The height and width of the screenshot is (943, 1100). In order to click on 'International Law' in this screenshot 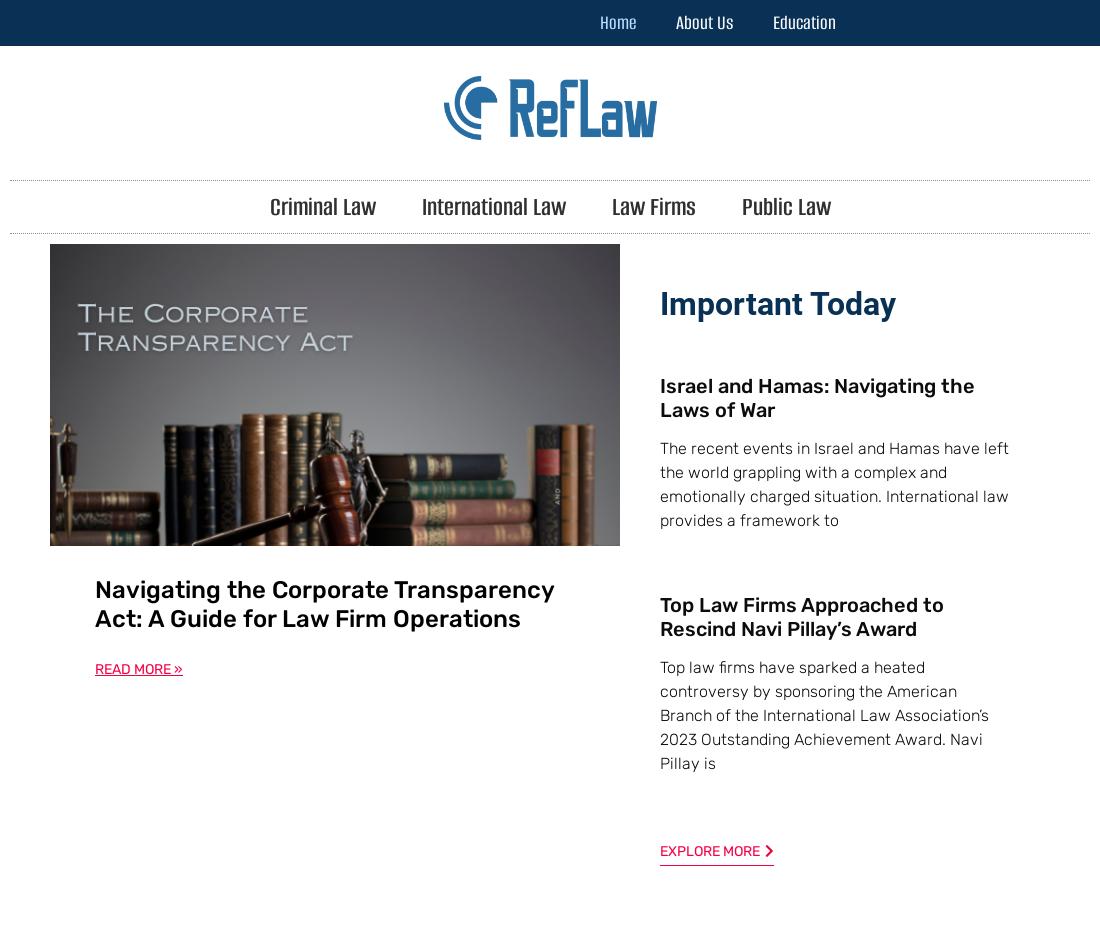, I will do `click(493, 205)`.